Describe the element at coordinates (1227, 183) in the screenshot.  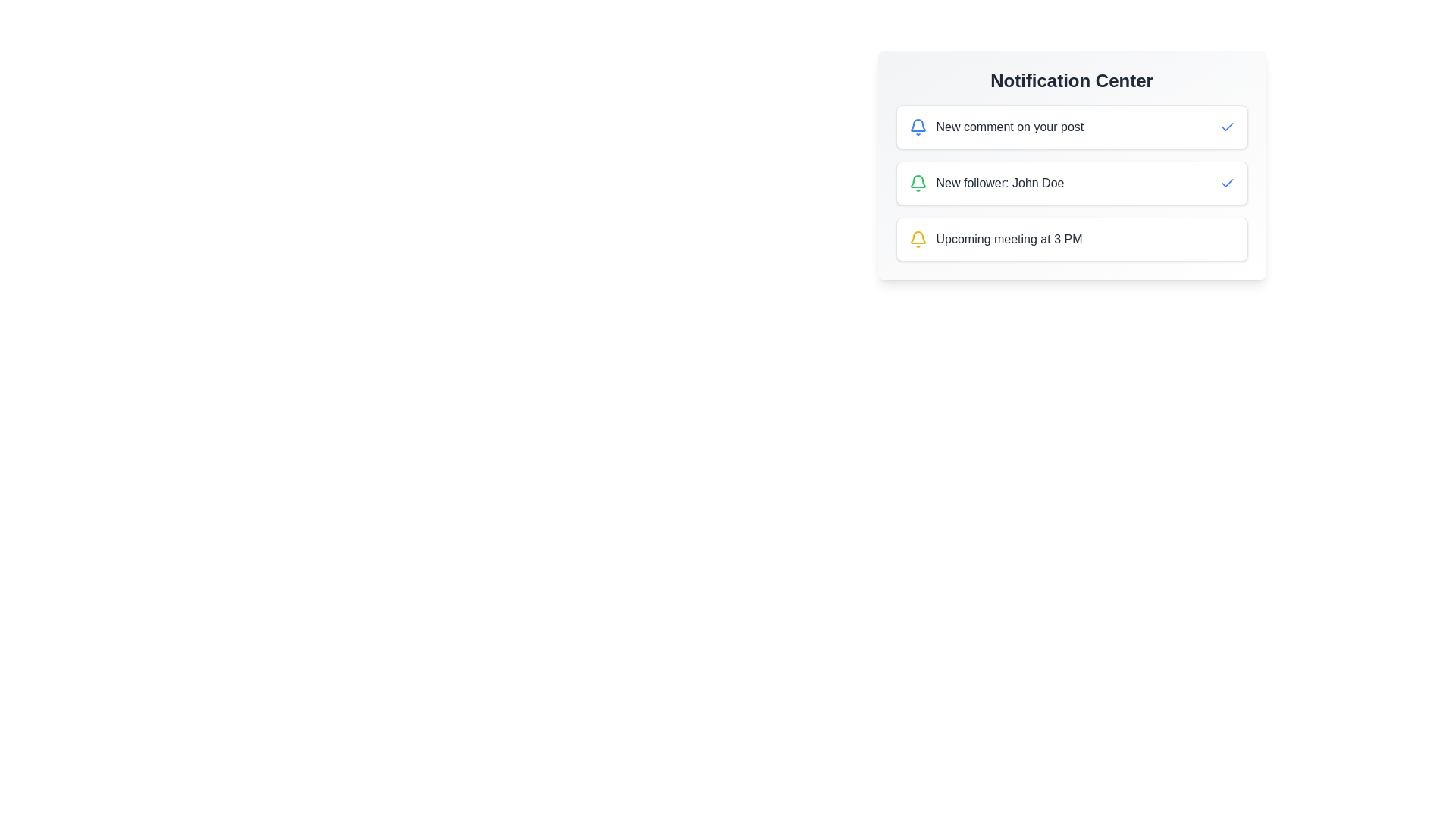
I see `the checkmark icon button with a blue outline located at the far right of the notification card labeled 'New follower: John Doe'` at that location.